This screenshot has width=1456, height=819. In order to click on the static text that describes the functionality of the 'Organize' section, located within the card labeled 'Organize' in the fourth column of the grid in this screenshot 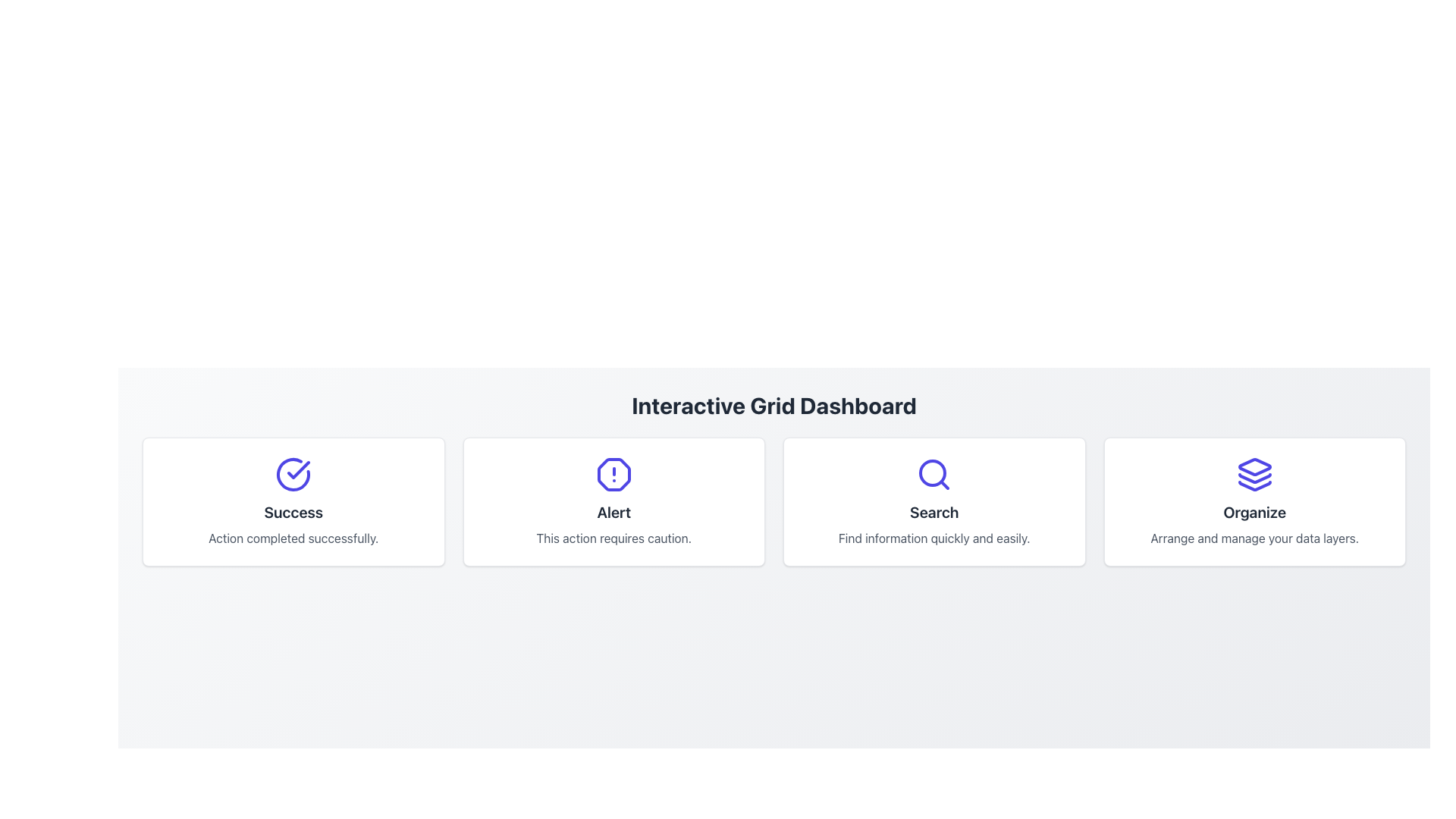, I will do `click(1254, 537)`.